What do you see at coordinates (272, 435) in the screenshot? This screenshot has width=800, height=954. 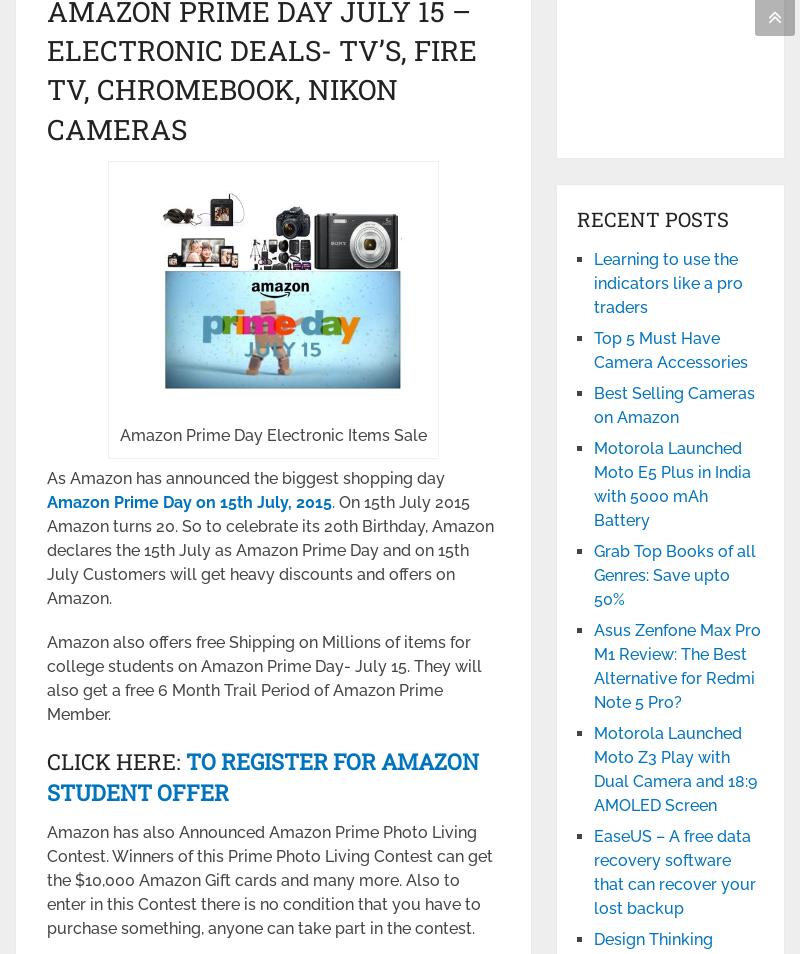 I see `'Amazon Prime Day Electronic Items Sale'` at bounding box center [272, 435].